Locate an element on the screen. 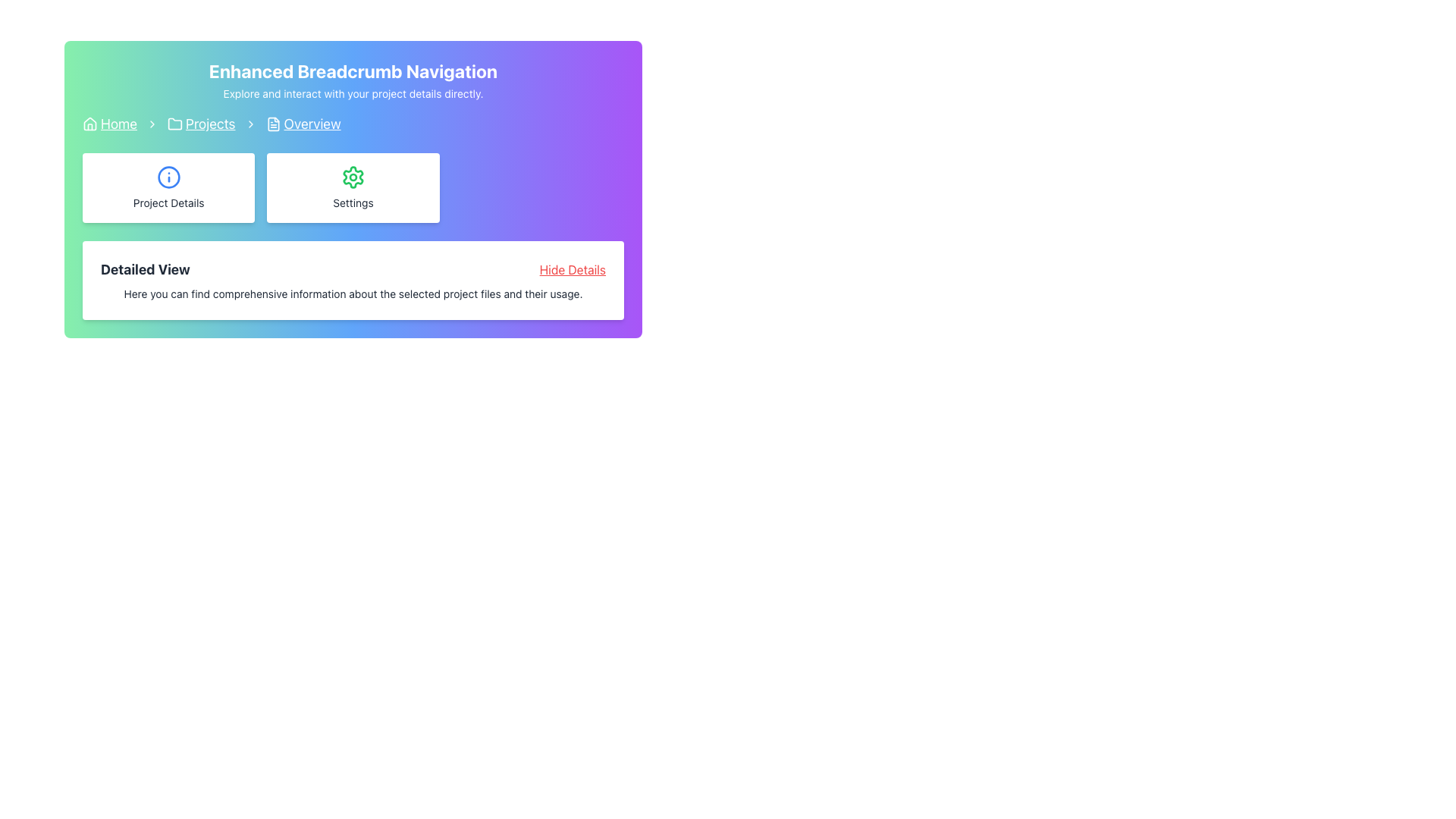 The height and width of the screenshot is (819, 1456). the house-shaped icon in the breadcrumb navigation bar is located at coordinates (89, 124).